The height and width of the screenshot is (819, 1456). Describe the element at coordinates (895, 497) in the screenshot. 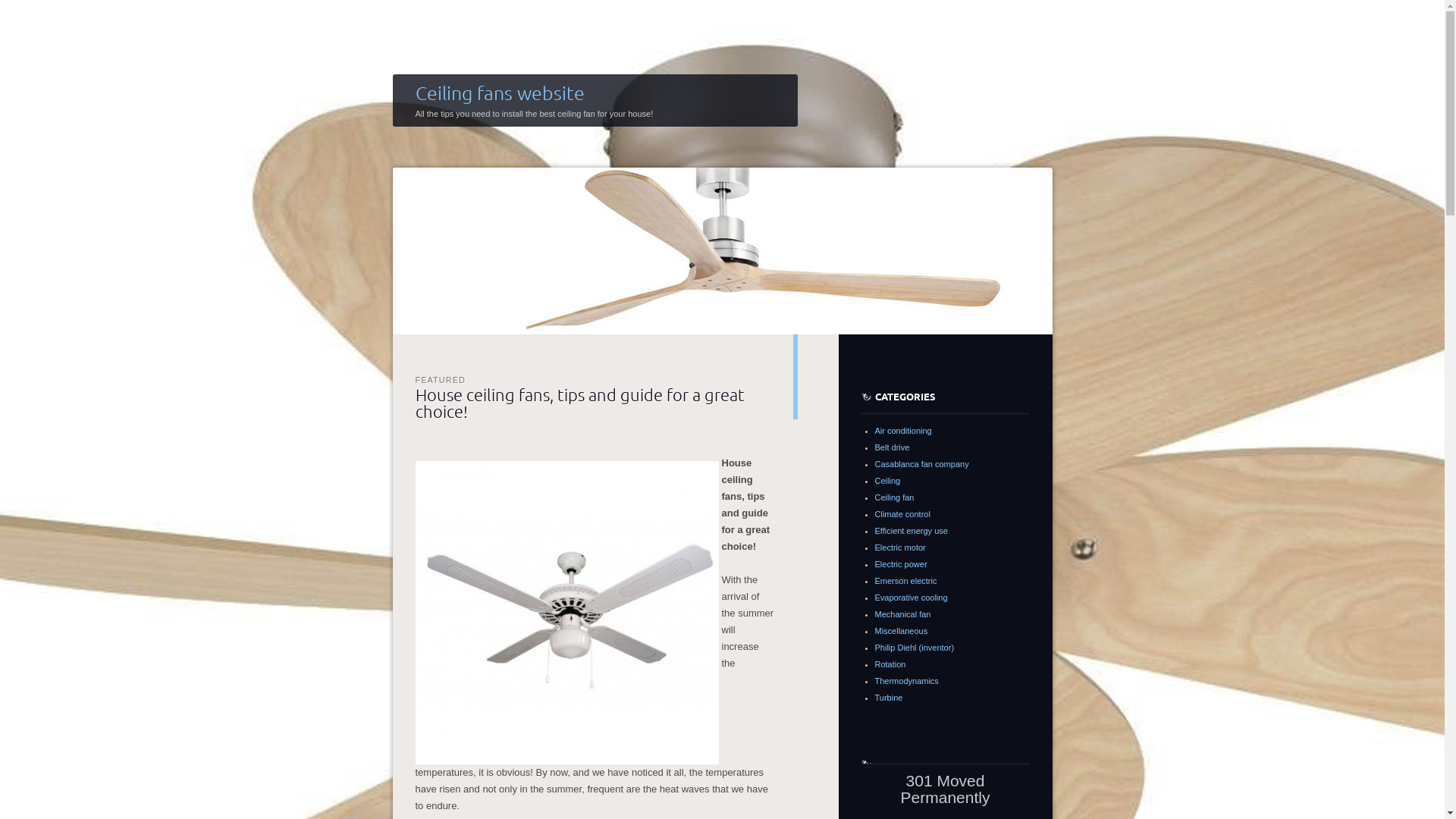

I see `'Ceiling fan'` at that location.